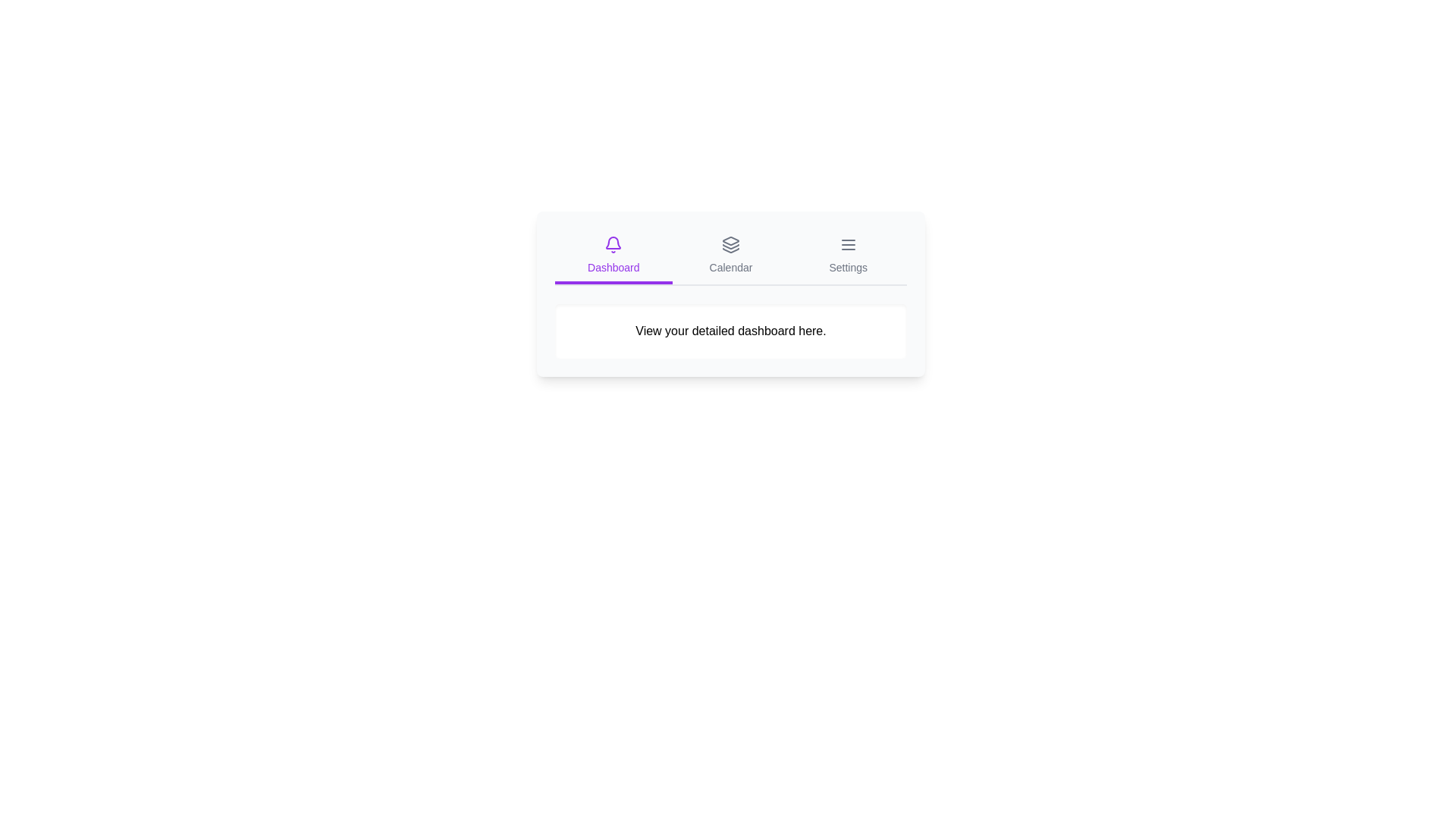  Describe the element at coordinates (554, 304) in the screenshot. I see `the text content displayed in the active tab` at that location.